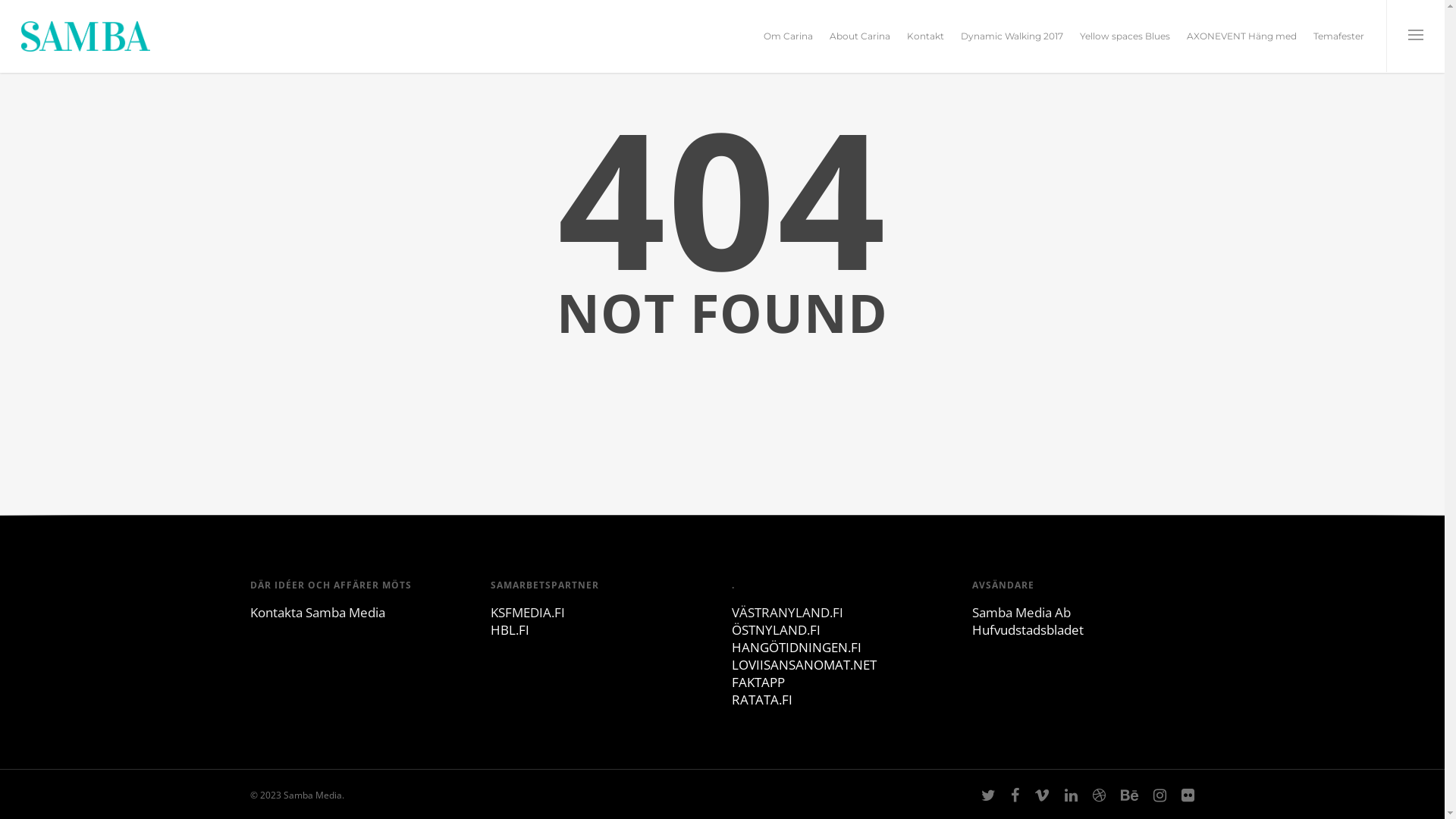  What do you see at coordinates (1028, 629) in the screenshot?
I see `'Hufvudstadsbladet'` at bounding box center [1028, 629].